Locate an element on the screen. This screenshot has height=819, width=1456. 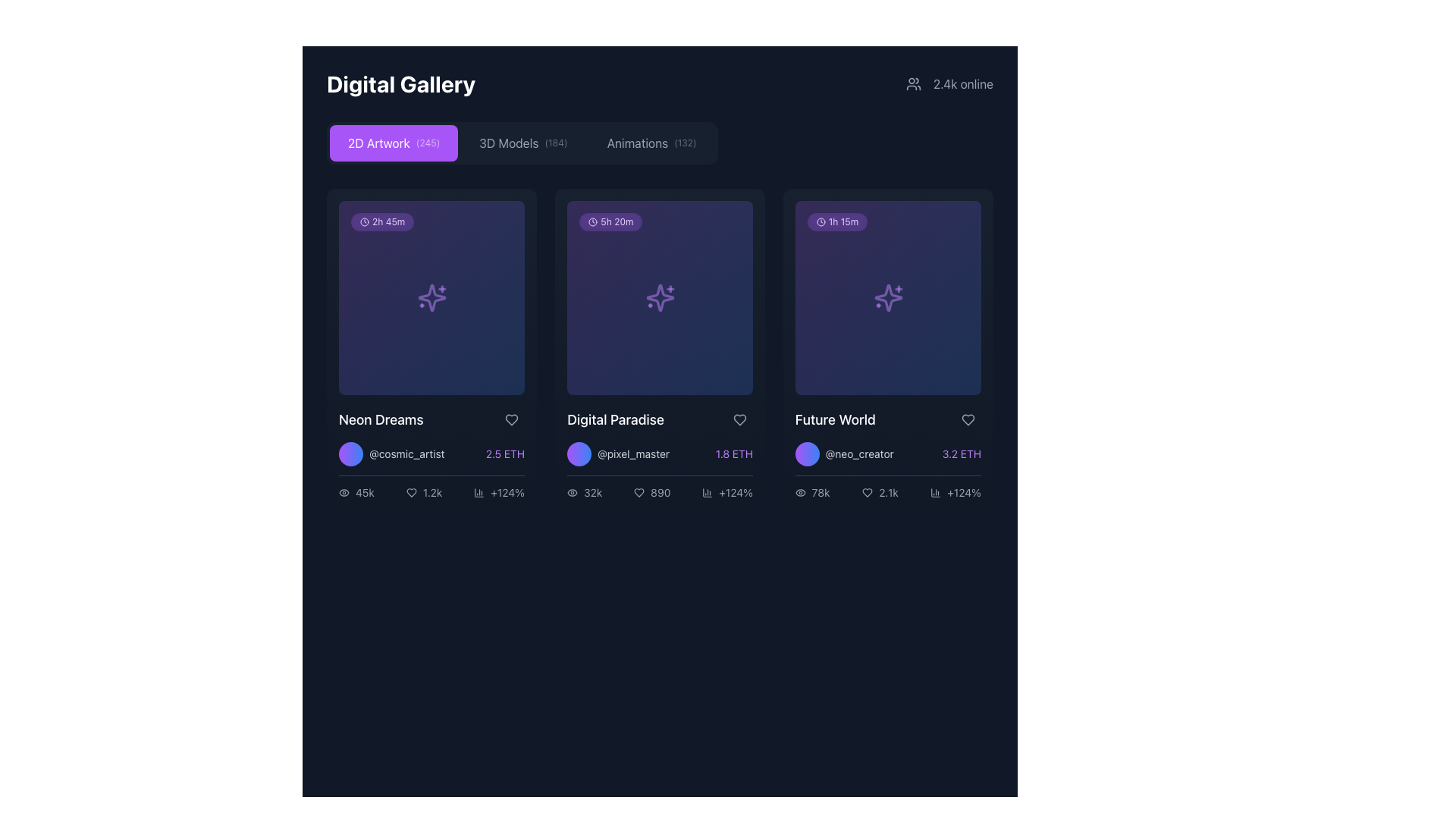
the text label displaying the title of the digital artwork located in the first column of the grid layout under the large preview thumbnail is located at coordinates (381, 420).